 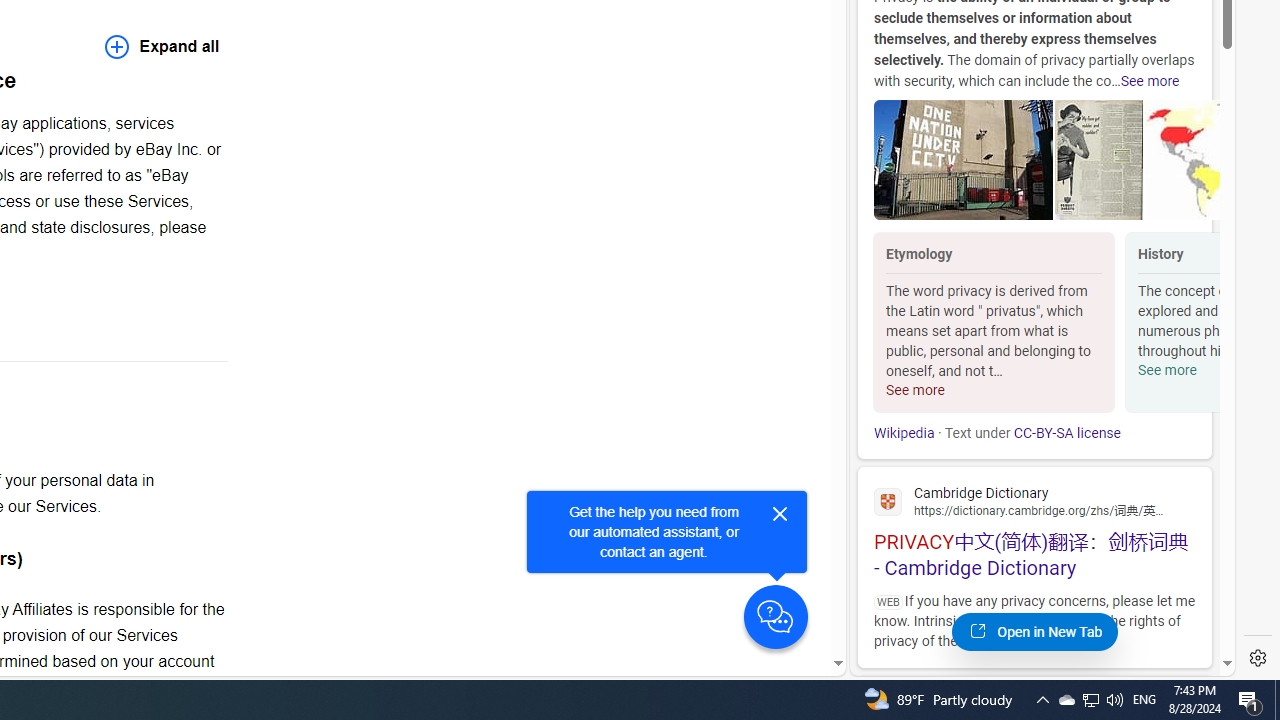 I want to click on 'Global web icon', so click(x=887, y=500).